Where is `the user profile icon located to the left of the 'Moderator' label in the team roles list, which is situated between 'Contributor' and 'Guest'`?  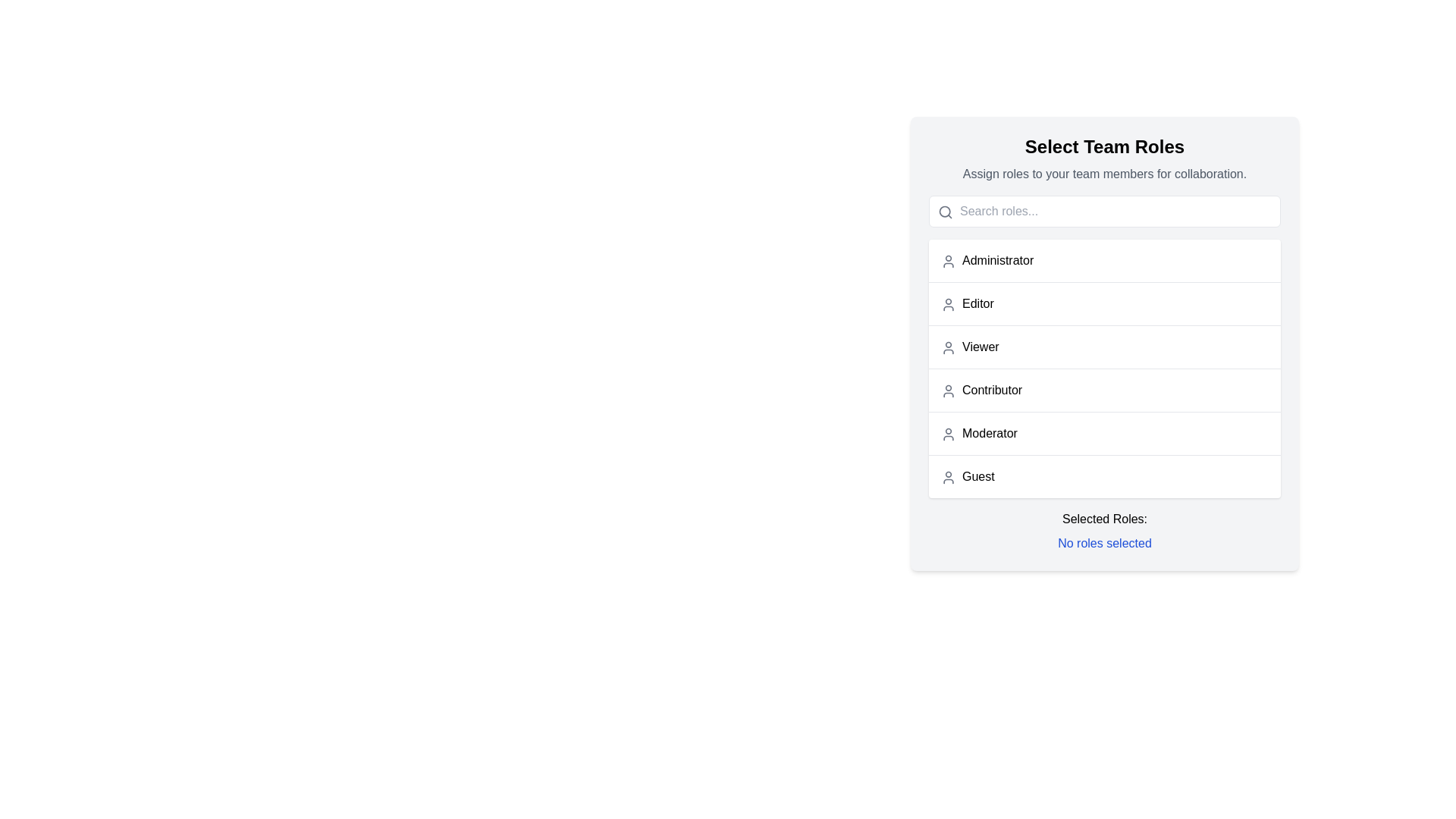
the user profile icon located to the left of the 'Moderator' label in the team roles list, which is situated between 'Contributor' and 'Guest' is located at coordinates (948, 433).